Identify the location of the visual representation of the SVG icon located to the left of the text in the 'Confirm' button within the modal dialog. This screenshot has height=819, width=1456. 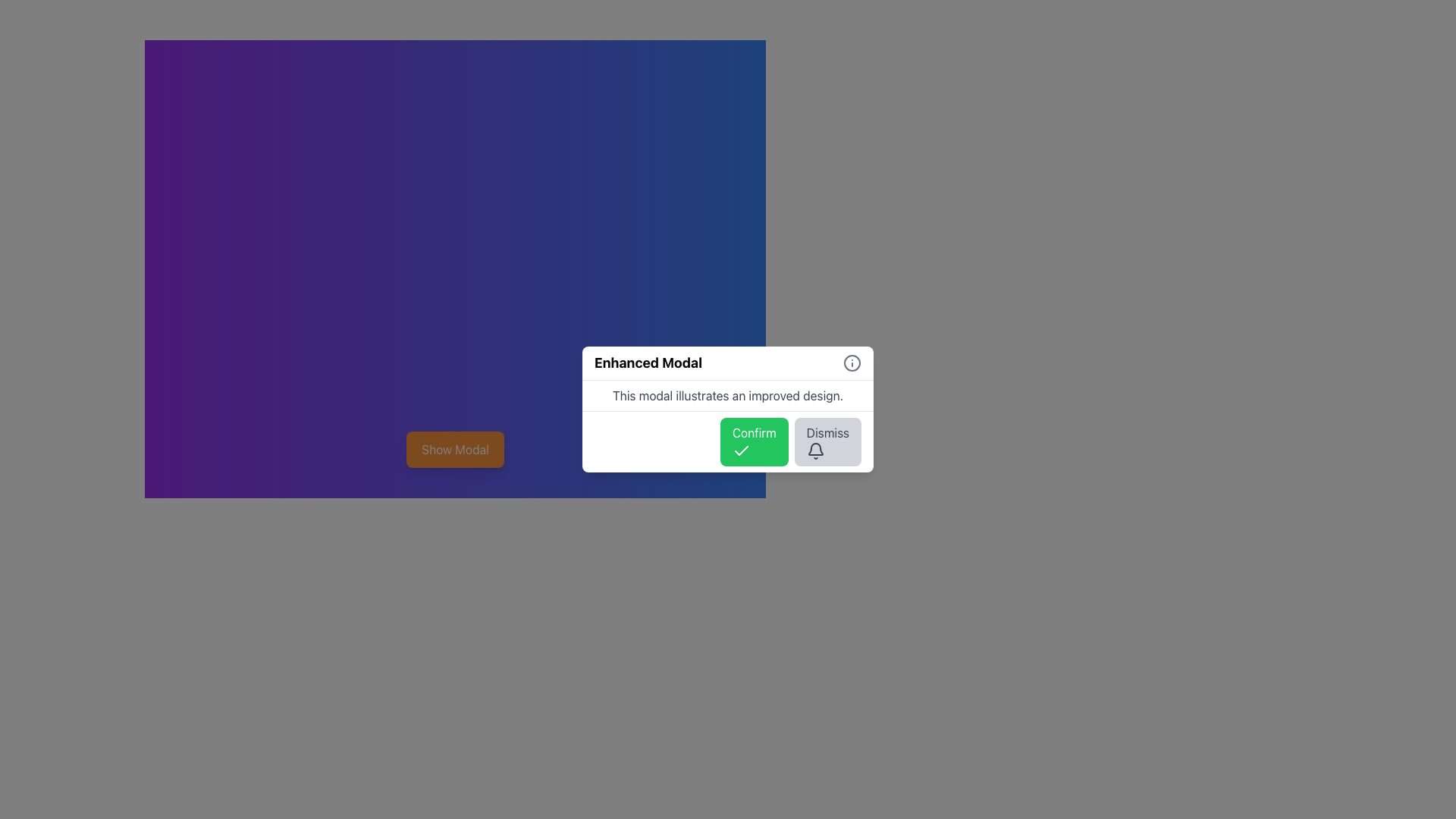
(741, 450).